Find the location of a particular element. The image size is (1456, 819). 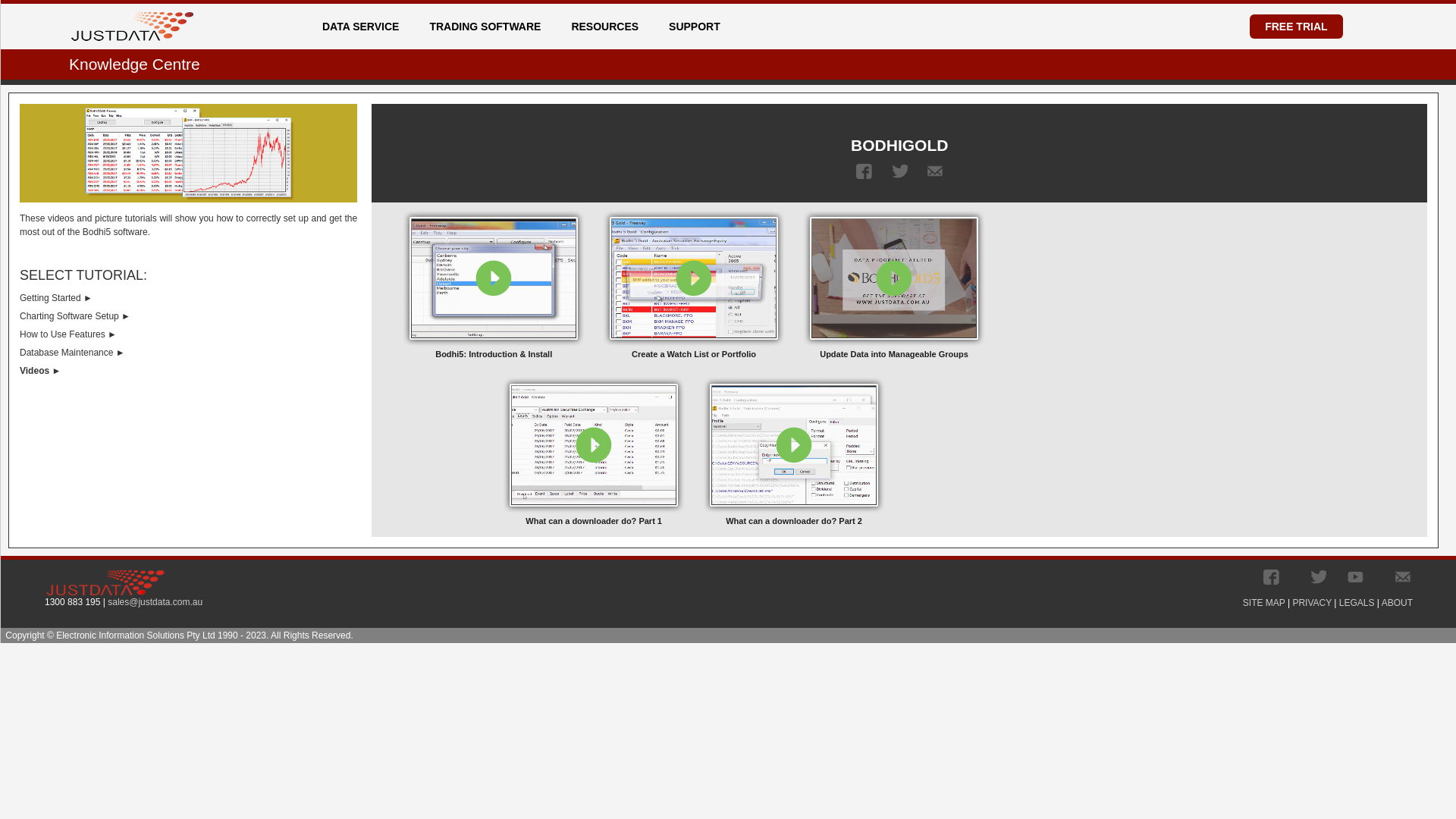

'JustData's Facebook Page' is located at coordinates (1271, 576).